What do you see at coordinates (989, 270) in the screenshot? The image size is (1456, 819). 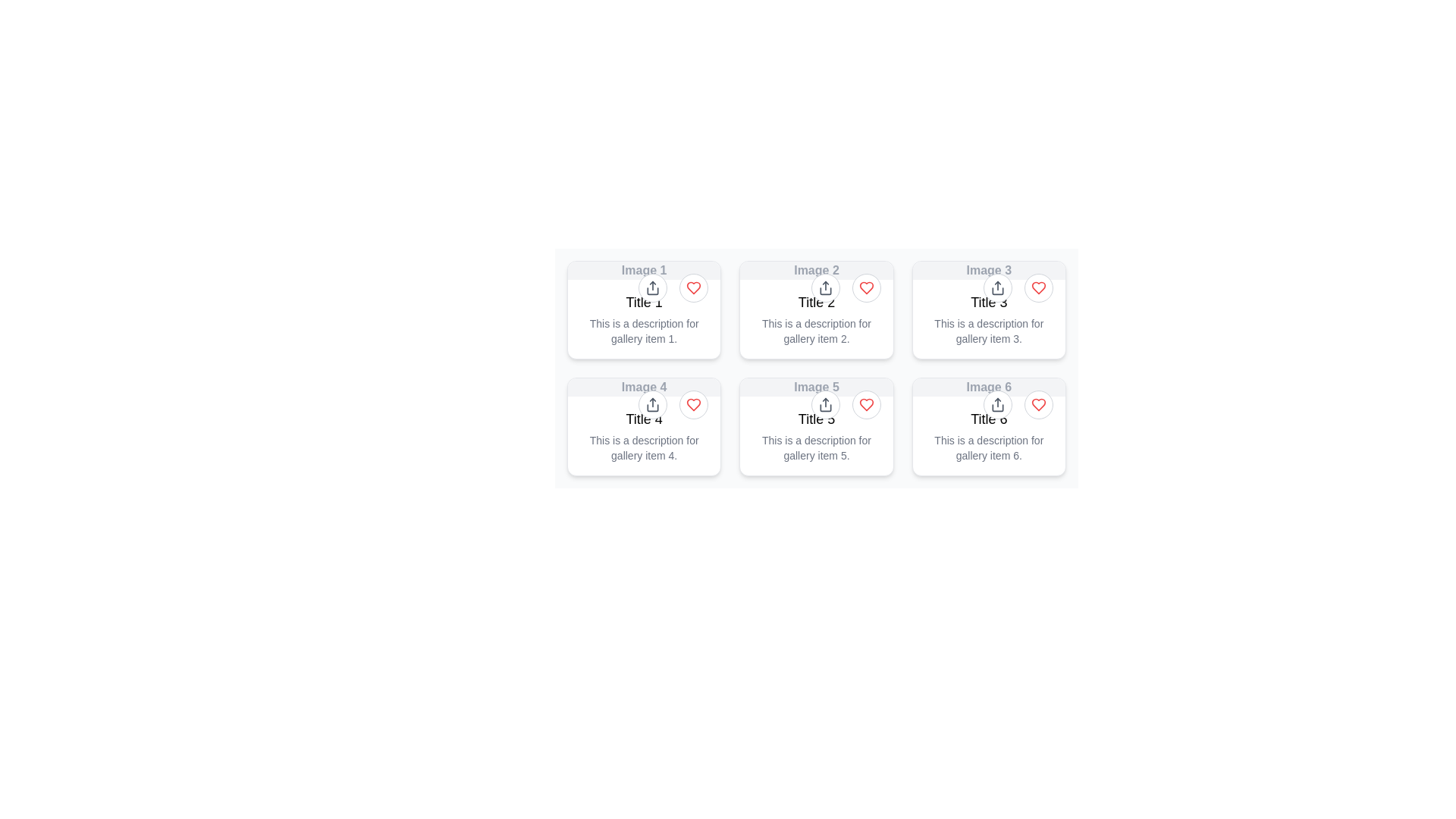 I see `the text label displaying 'Image 3', which is styled in gray semibold font and positioned above the title in the third item of the gallery card` at bounding box center [989, 270].